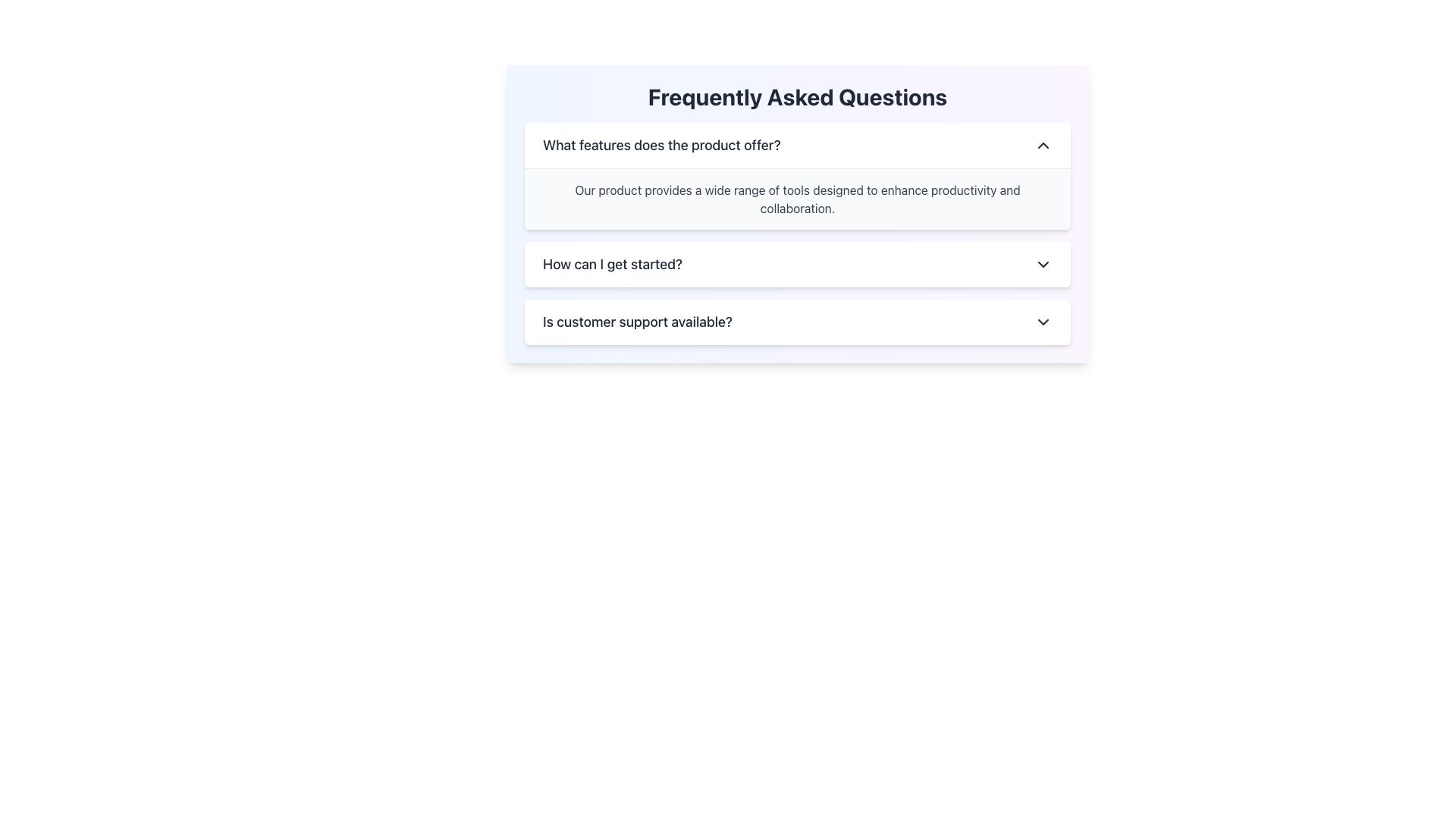  Describe the element at coordinates (1043, 321) in the screenshot. I see `the downward-pointing chevron icon located to the right of the text 'Is customer support available?'` at that location.